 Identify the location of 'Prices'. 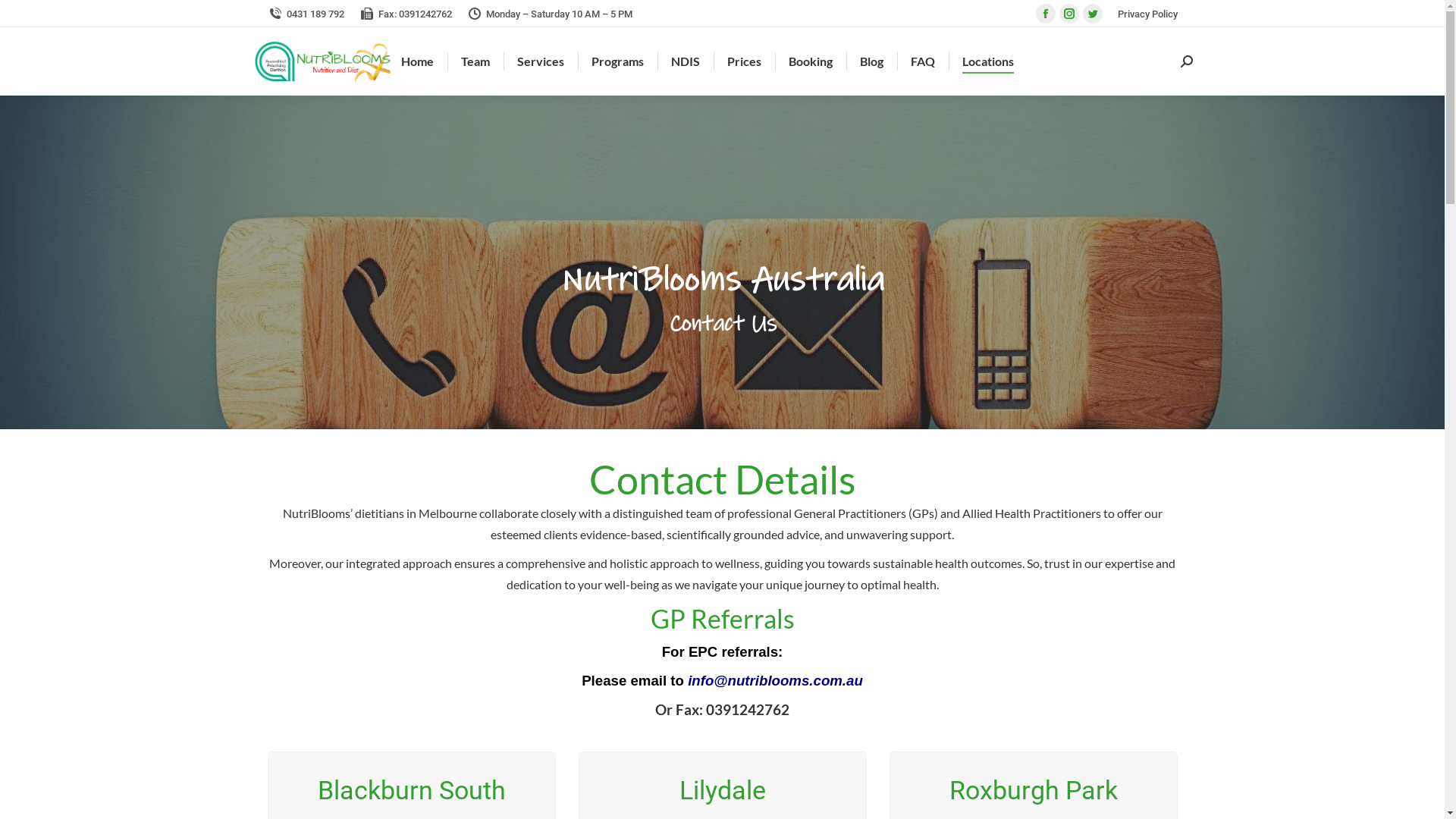
(744, 61).